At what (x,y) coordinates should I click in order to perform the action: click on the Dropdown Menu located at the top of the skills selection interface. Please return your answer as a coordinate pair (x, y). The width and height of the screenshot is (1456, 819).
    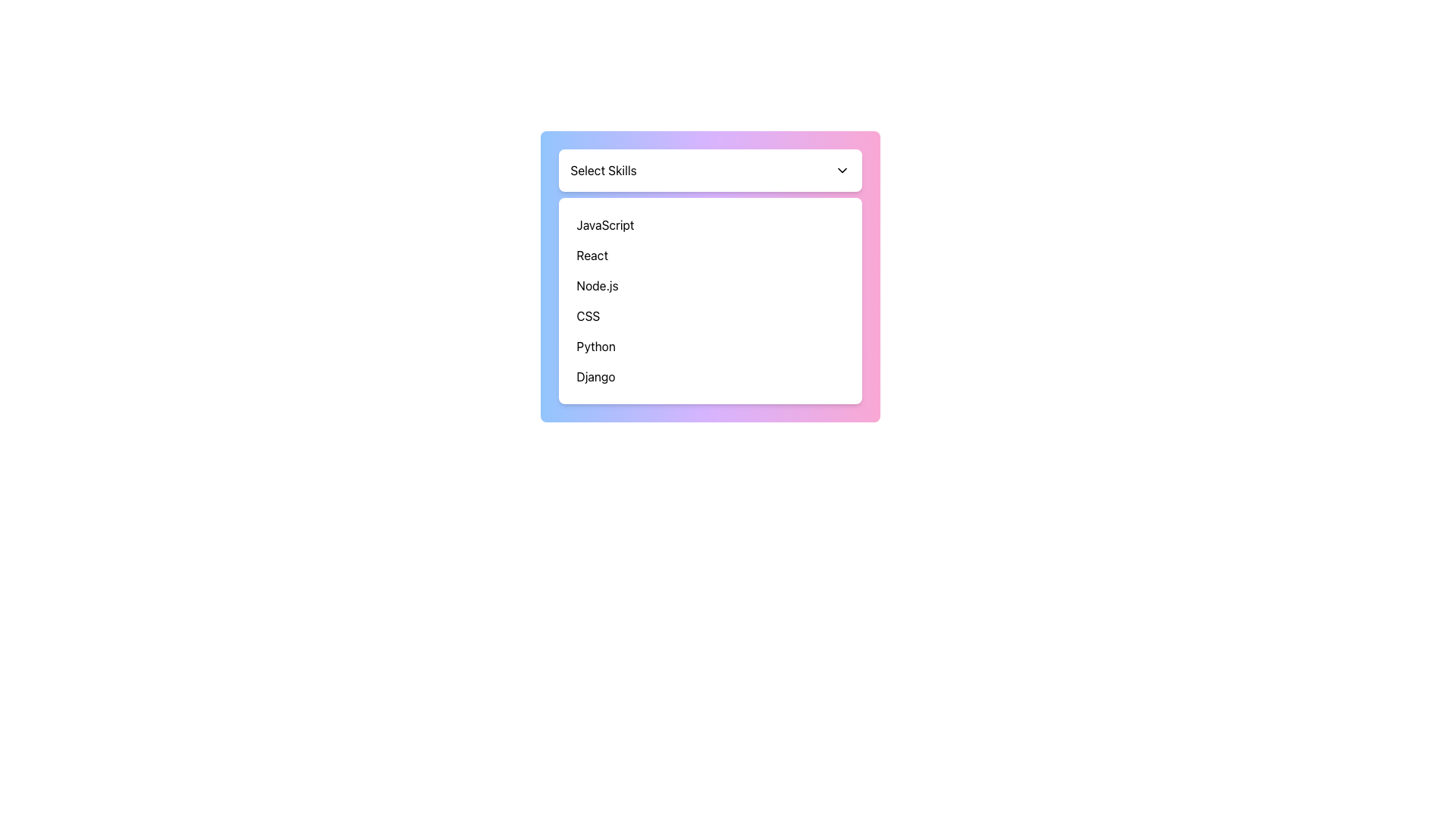
    Looking at the image, I should click on (709, 170).